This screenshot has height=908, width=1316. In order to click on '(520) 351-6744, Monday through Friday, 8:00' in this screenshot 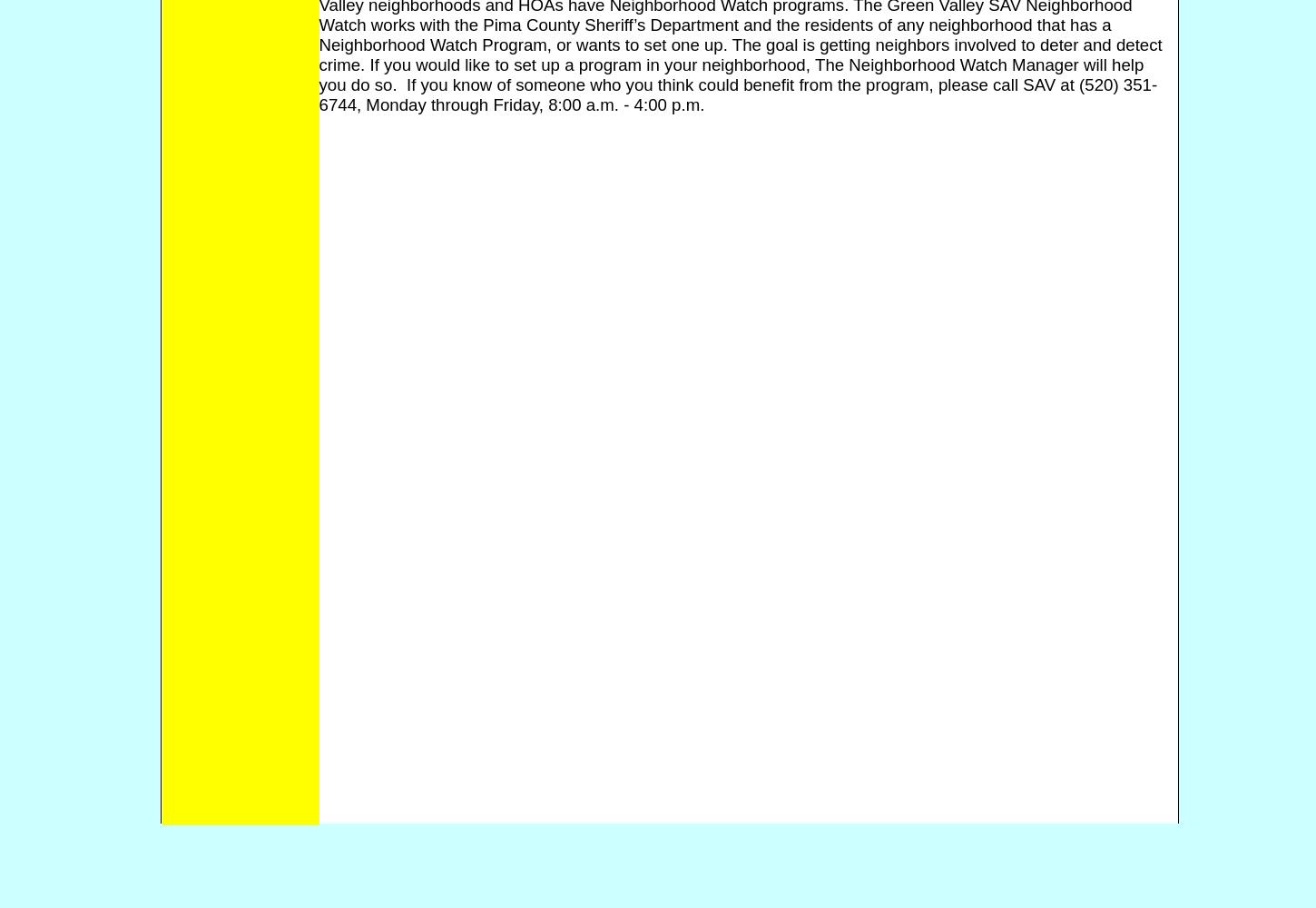, I will do `click(738, 93)`.